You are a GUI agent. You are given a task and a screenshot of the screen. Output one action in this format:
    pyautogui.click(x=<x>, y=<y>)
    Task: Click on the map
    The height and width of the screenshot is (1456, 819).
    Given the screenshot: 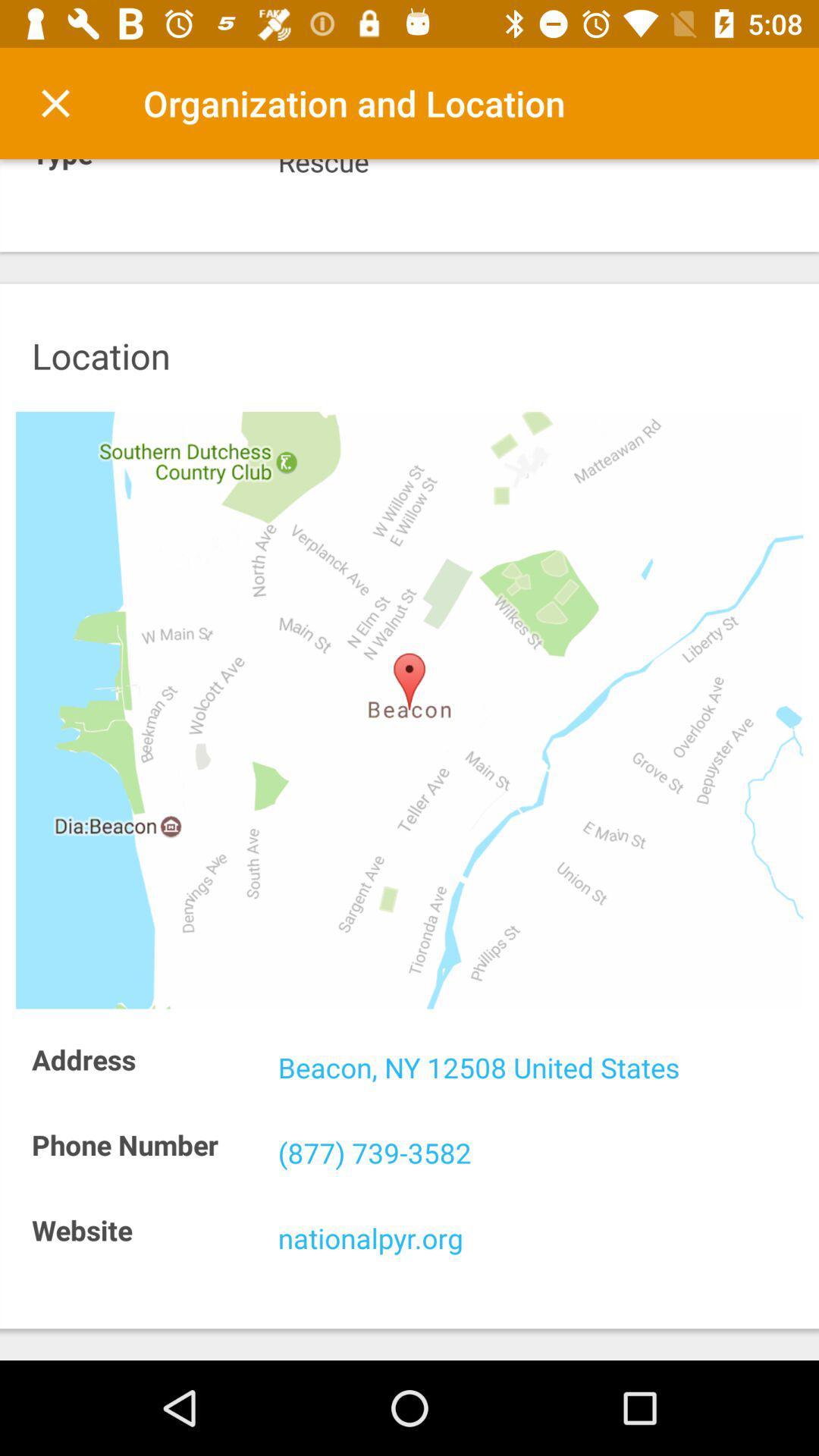 What is the action you would take?
    pyautogui.click(x=409, y=709)
    